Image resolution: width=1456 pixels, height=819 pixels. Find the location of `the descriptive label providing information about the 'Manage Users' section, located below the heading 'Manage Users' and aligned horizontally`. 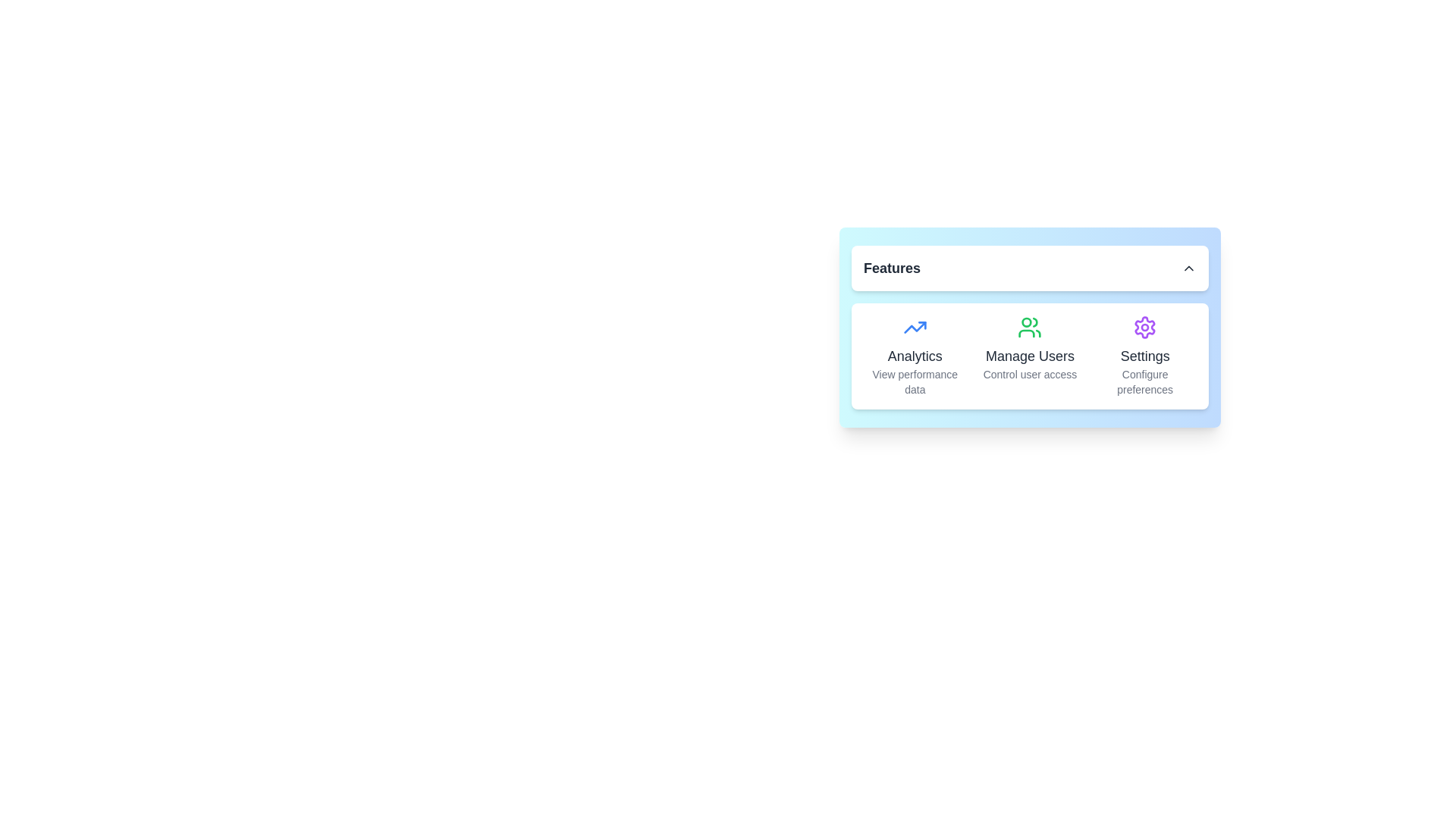

the descriptive label providing information about the 'Manage Users' section, located below the heading 'Manage Users' and aligned horizontally is located at coordinates (1030, 374).